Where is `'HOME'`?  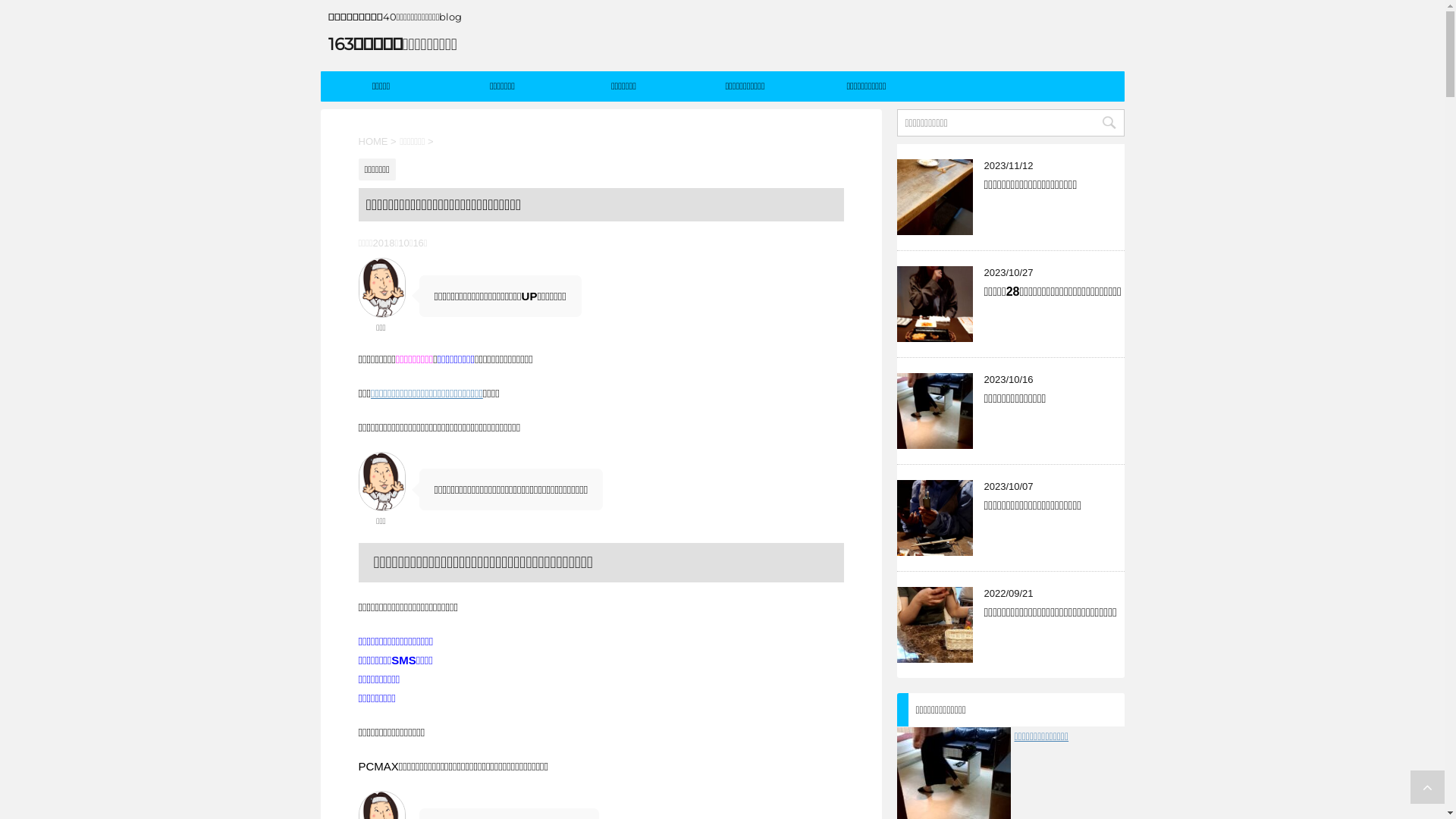 'HOME' is located at coordinates (372, 141).